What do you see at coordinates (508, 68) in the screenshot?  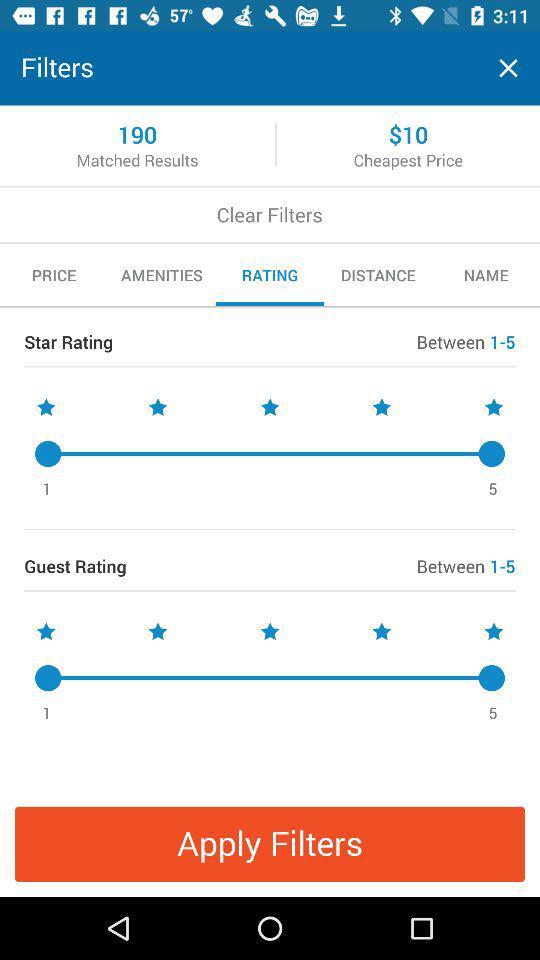 I see `close` at bounding box center [508, 68].